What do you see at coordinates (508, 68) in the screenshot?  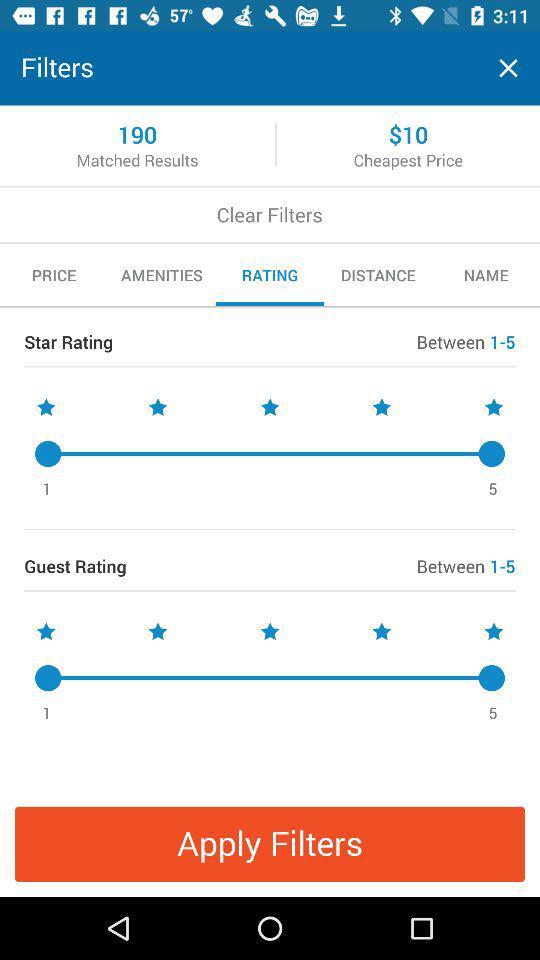 I see `close` at bounding box center [508, 68].